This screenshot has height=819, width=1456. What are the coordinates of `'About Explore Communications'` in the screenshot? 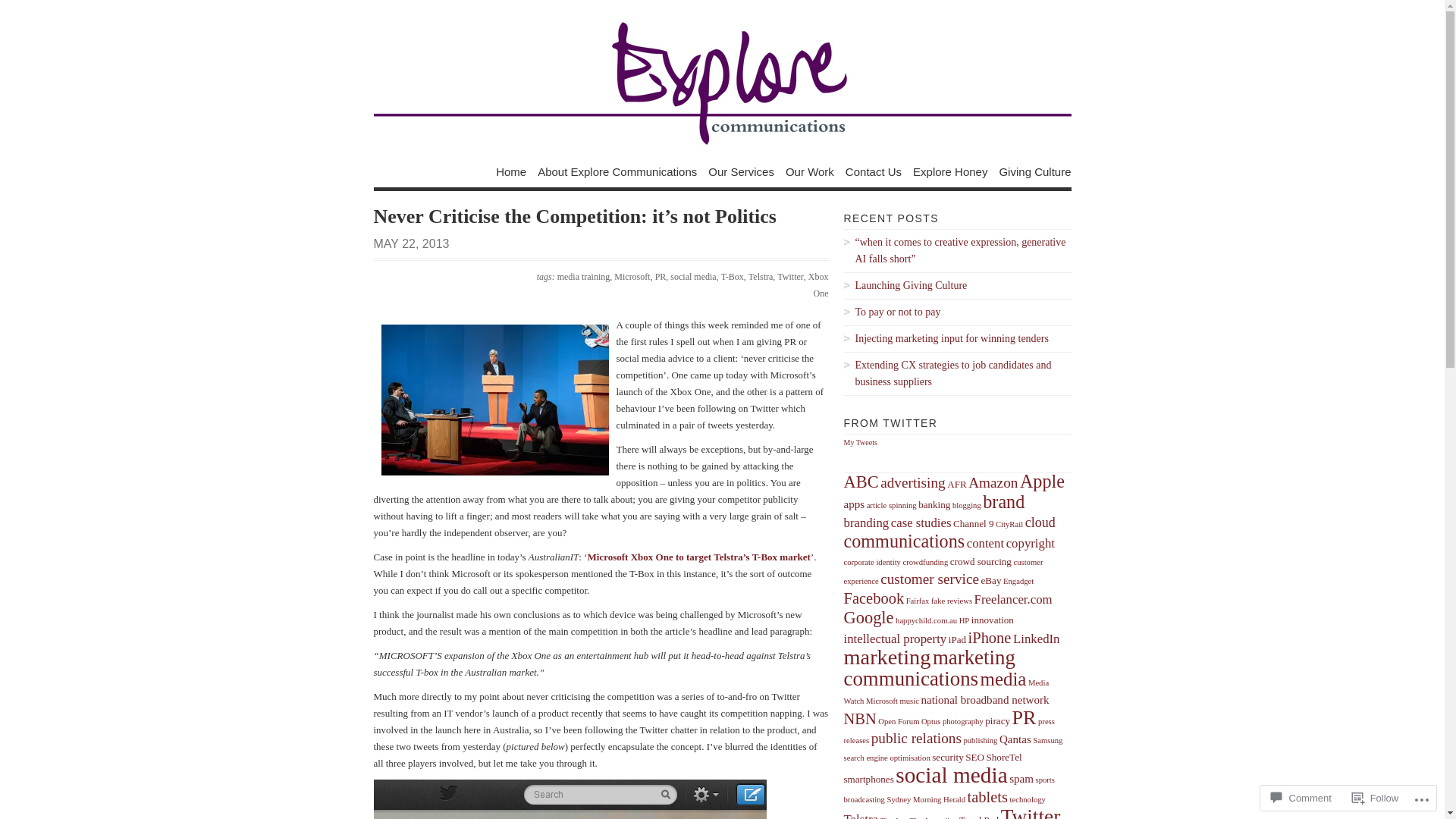 It's located at (617, 171).